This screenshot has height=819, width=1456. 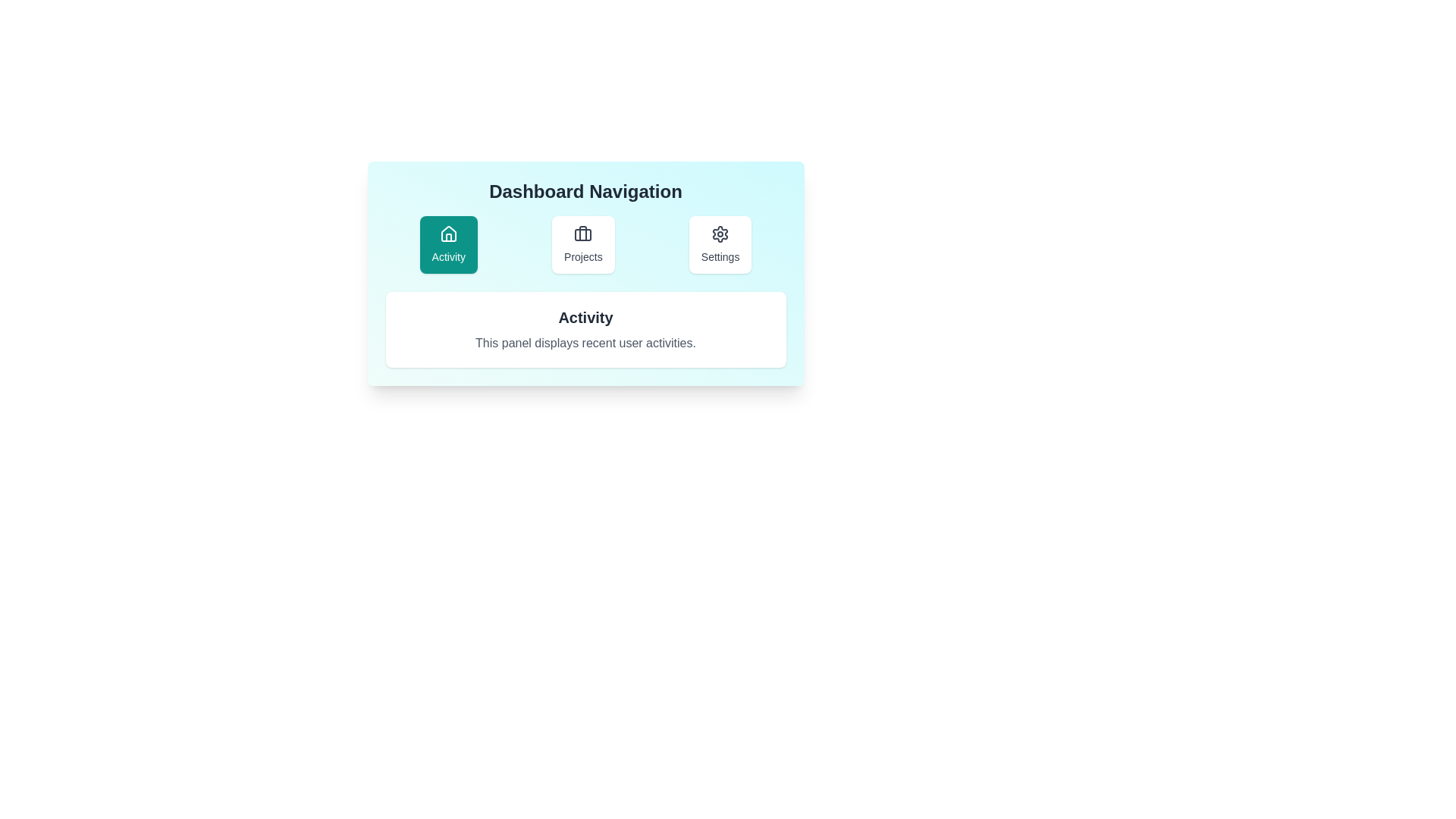 I want to click on the middle navigation button in the 'Dashboard Navigation' panel, so click(x=582, y=244).